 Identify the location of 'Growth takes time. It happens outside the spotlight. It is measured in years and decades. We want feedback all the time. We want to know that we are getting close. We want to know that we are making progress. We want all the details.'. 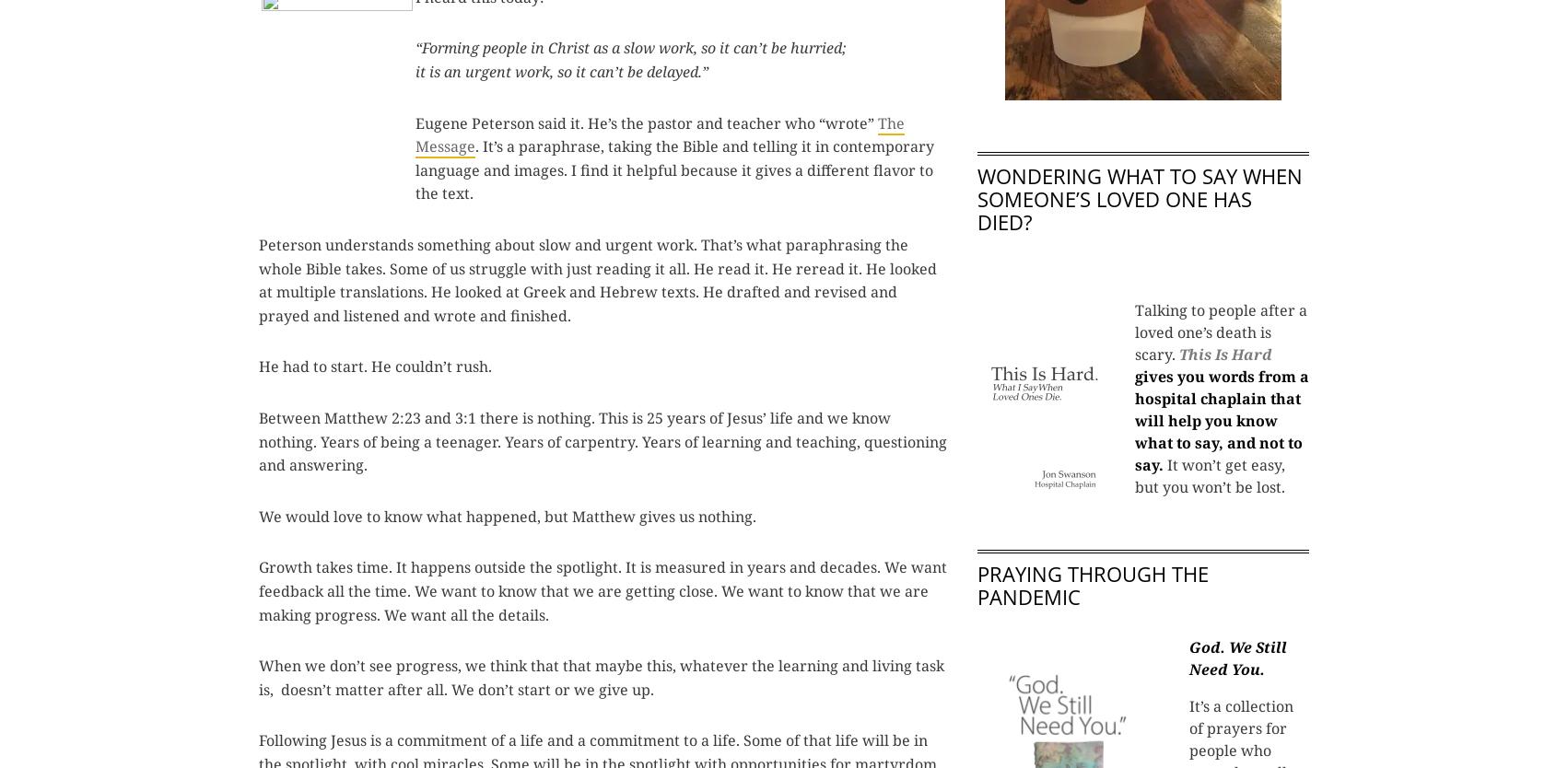
(603, 589).